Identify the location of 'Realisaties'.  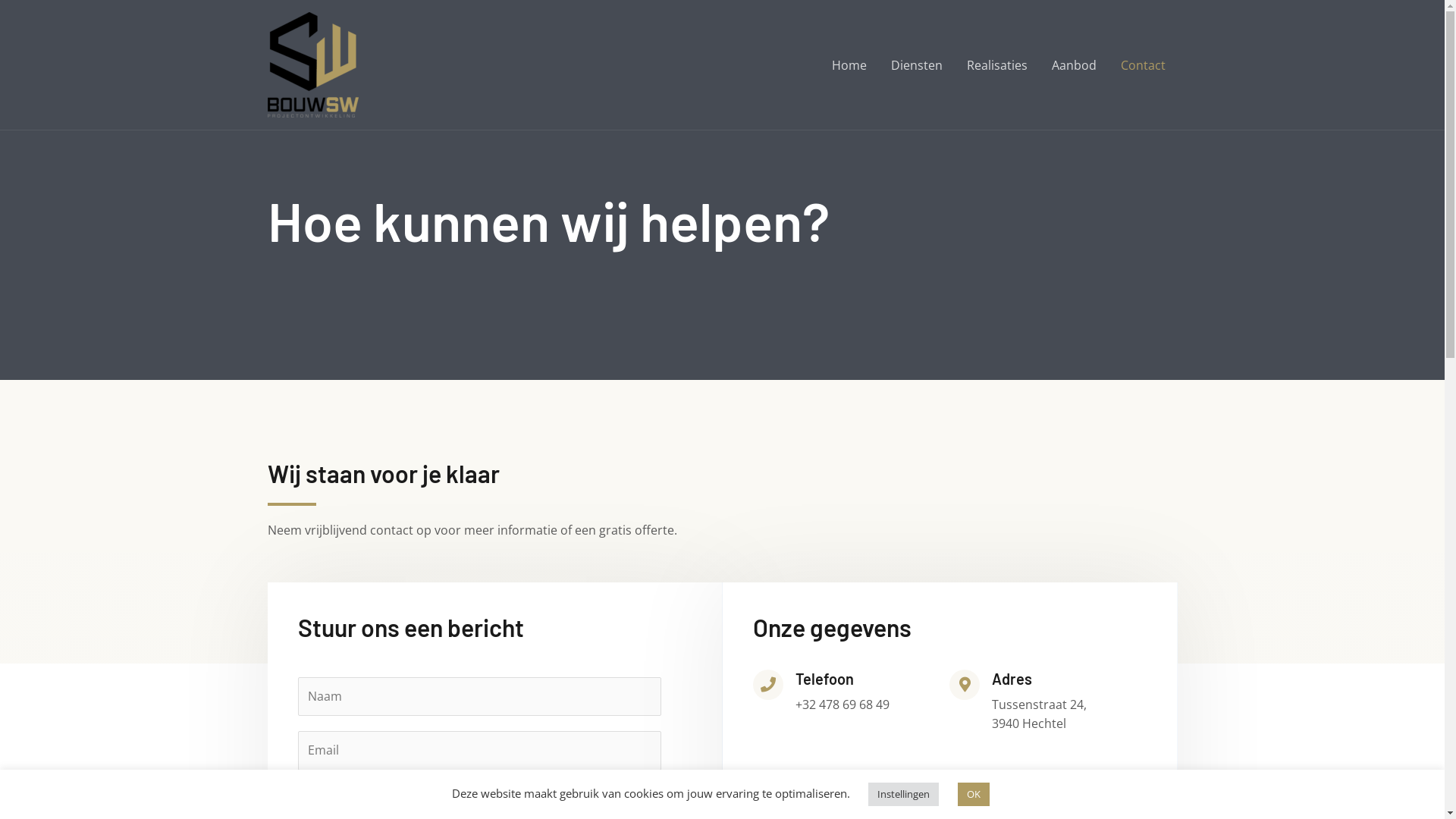
(996, 63).